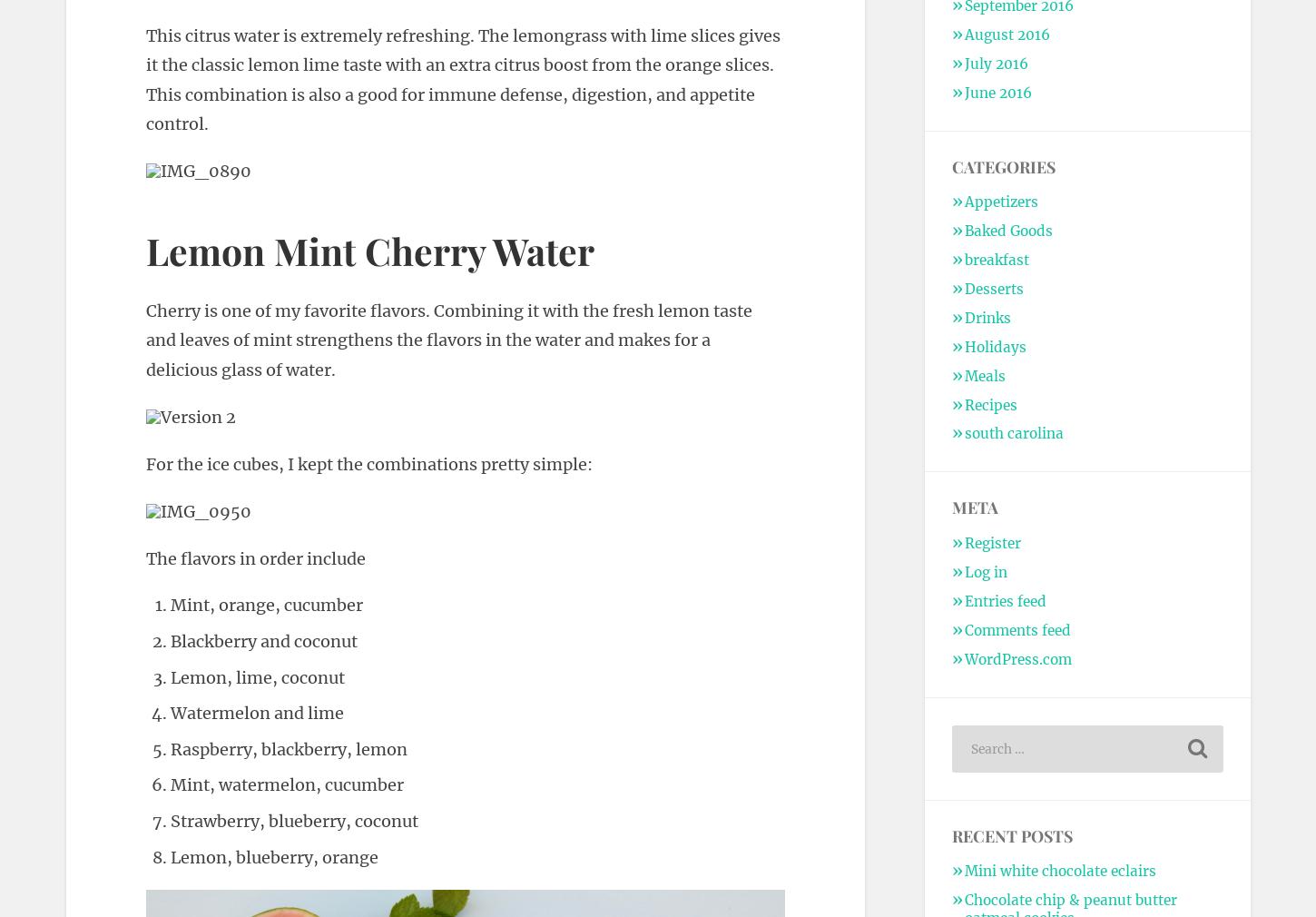 The height and width of the screenshot is (917, 1316). Describe the element at coordinates (984, 375) in the screenshot. I see `'Meals'` at that location.